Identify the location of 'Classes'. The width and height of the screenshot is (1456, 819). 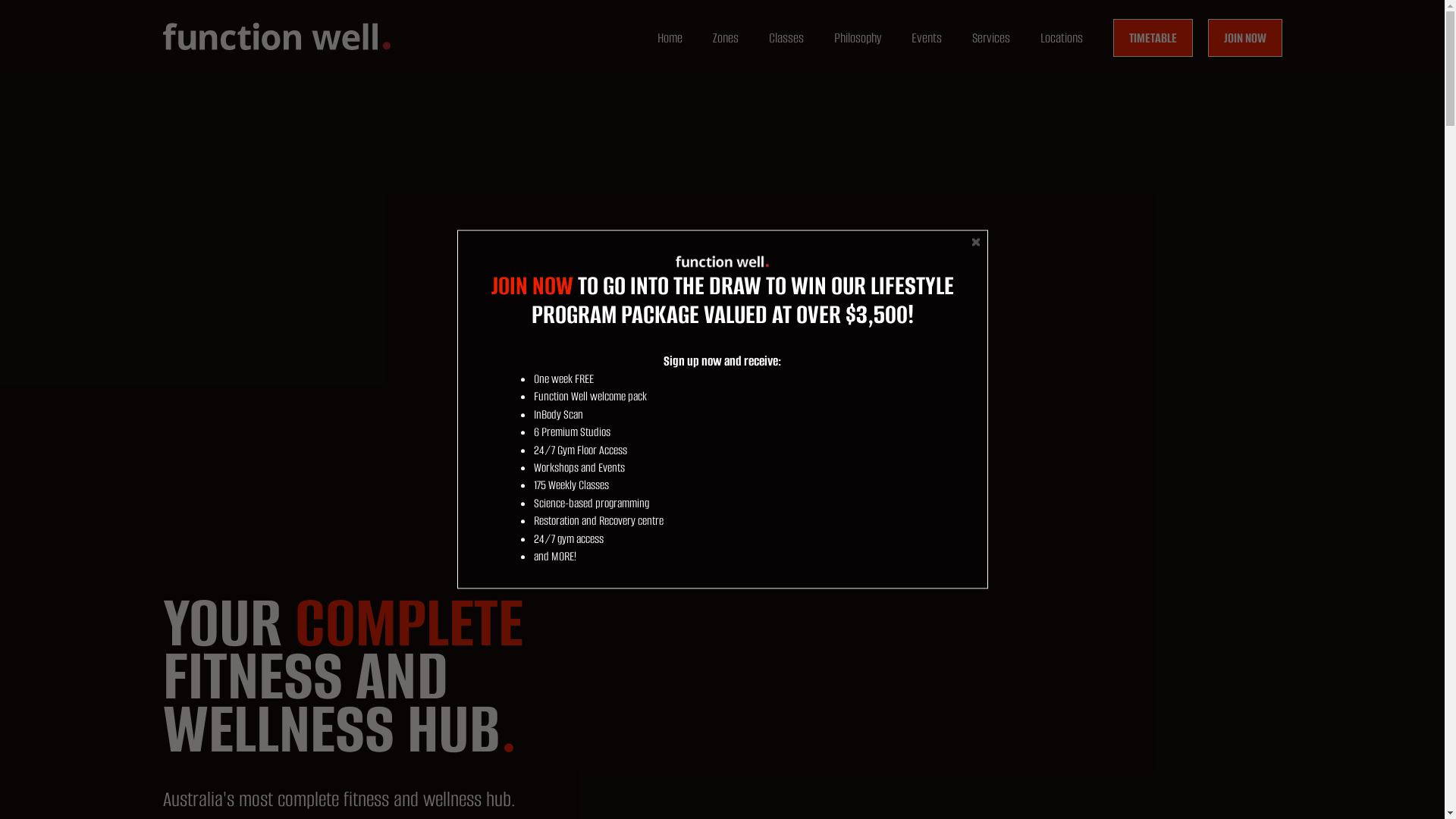
(786, 37).